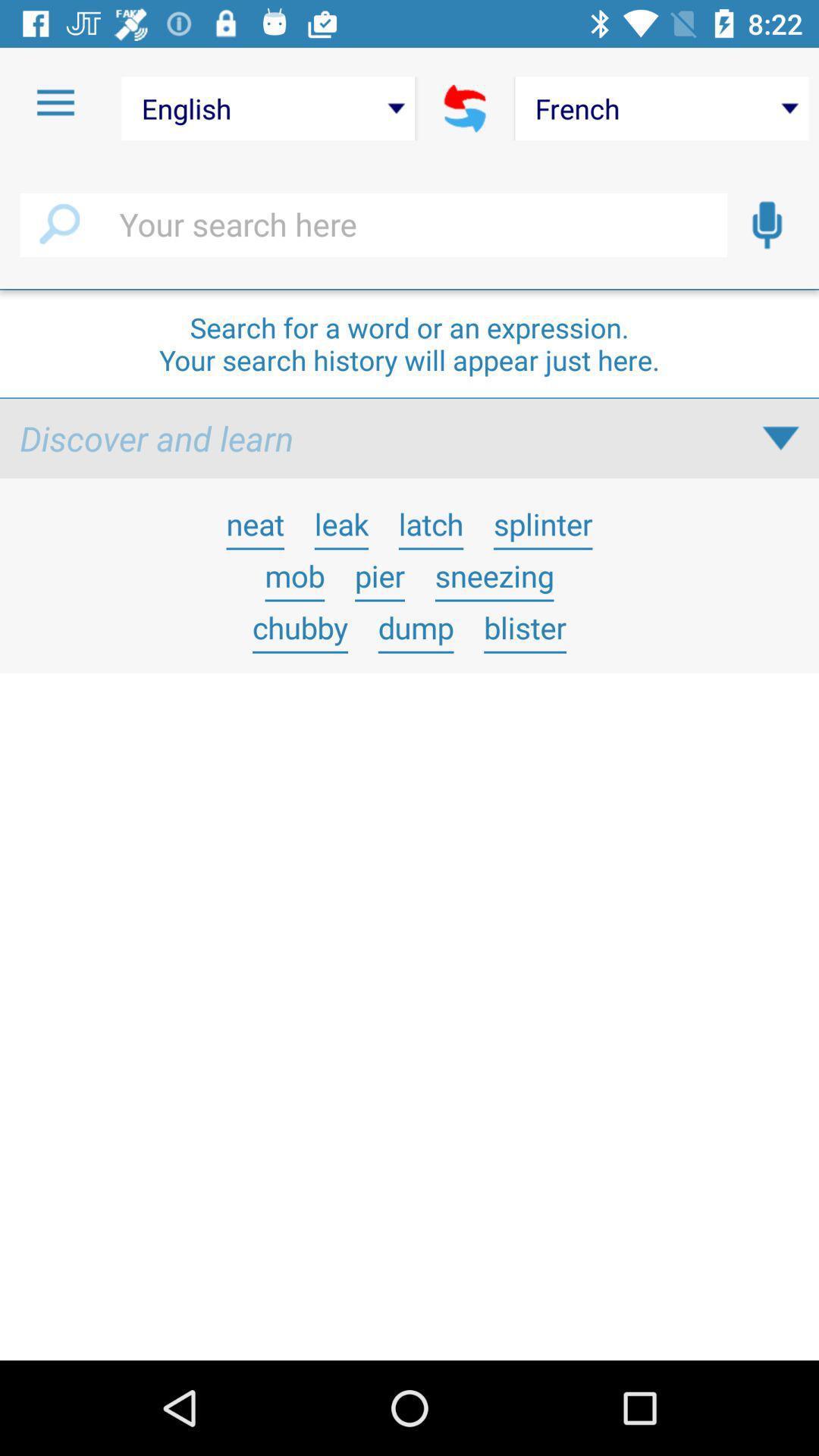 The image size is (819, 1456). What do you see at coordinates (268, 108) in the screenshot?
I see `the english` at bounding box center [268, 108].